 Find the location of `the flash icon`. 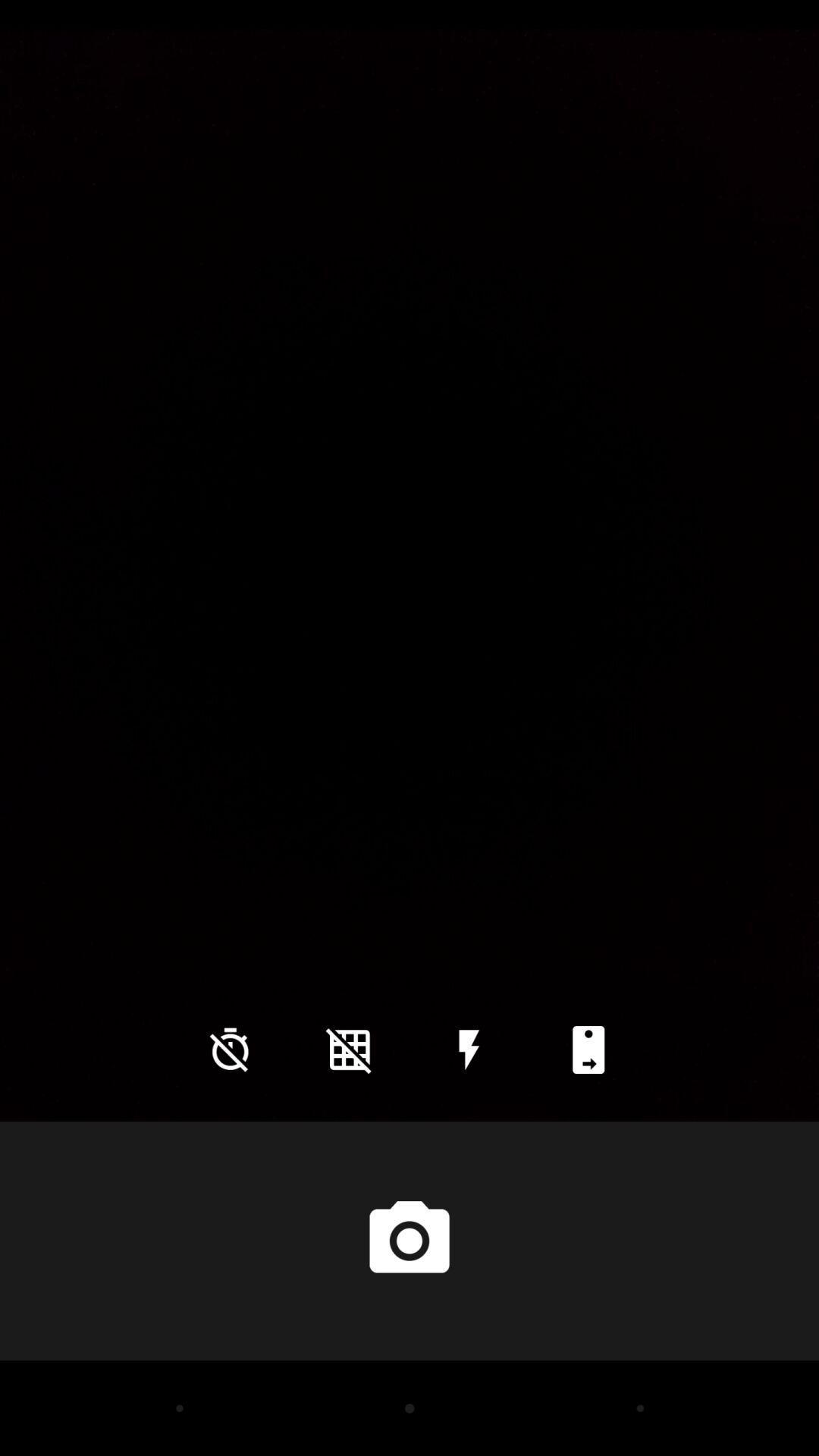

the flash icon is located at coordinates (468, 1049).